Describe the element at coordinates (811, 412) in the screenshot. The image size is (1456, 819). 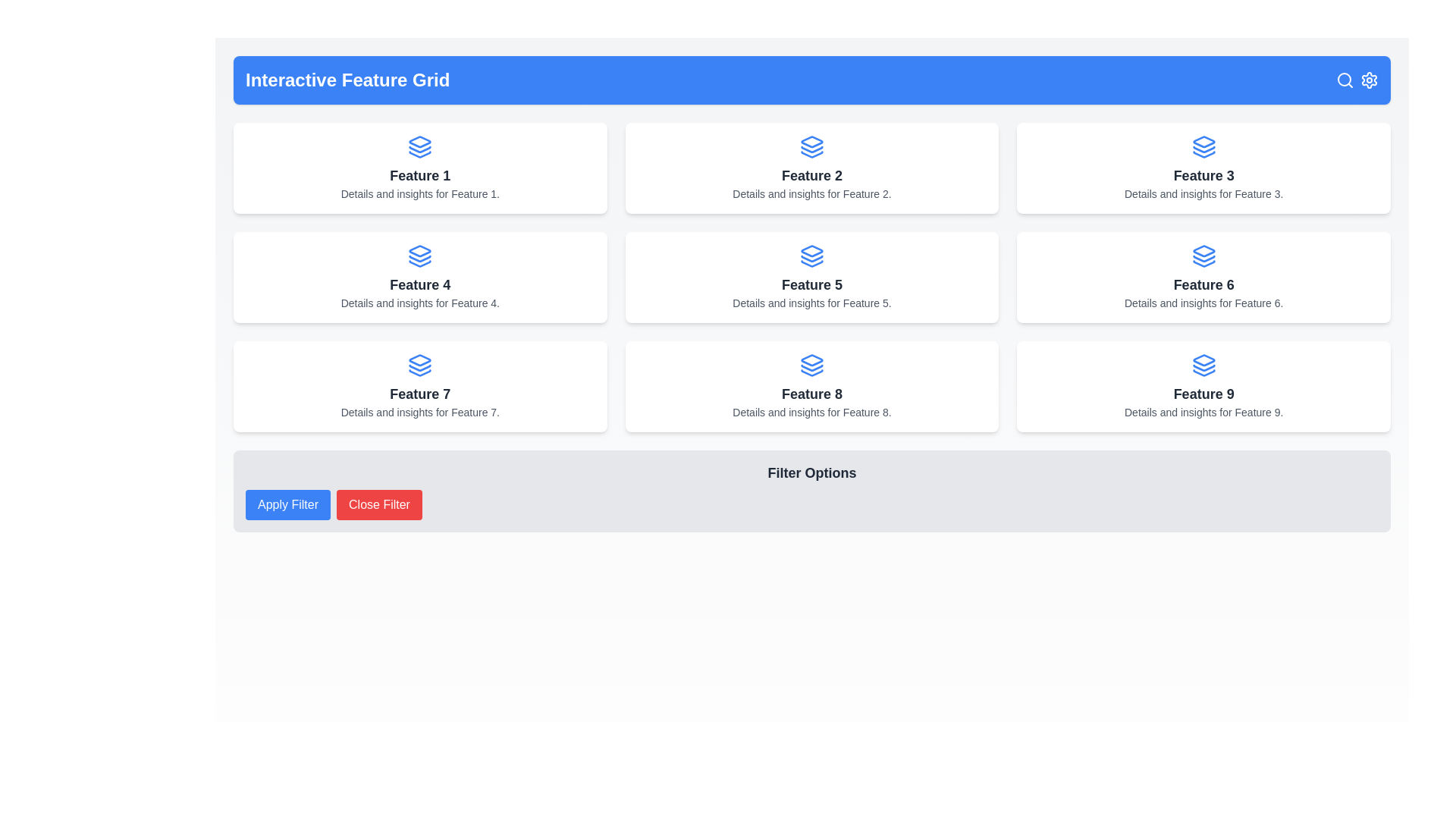
I see `the text label located at the bottom of the 'Feature 8' card, which provides additional descriptive information about 'Feature 8'` at that location.